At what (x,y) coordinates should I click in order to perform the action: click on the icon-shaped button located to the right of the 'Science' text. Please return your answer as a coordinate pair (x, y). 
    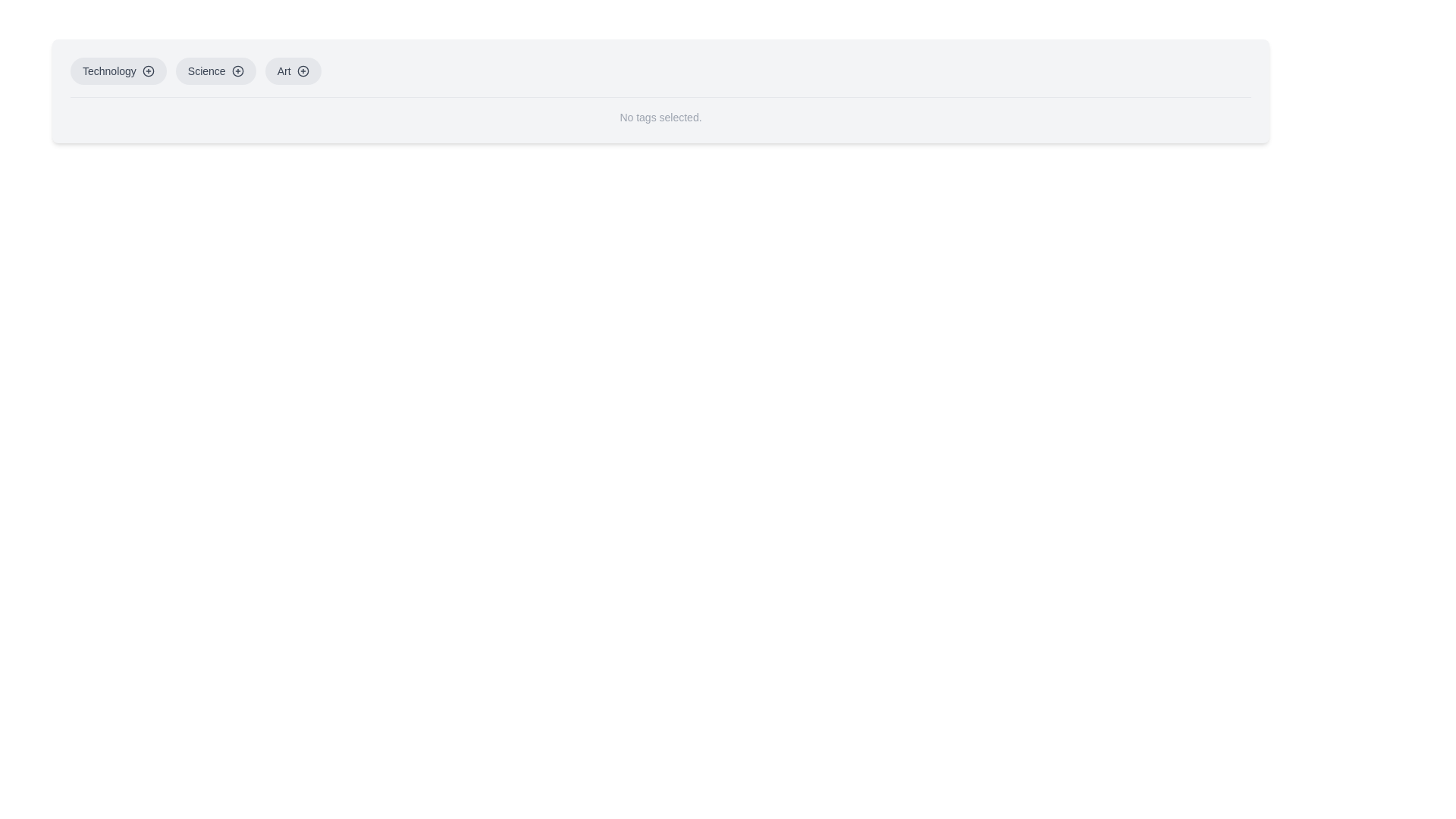
    Looking at the image, I should click on (237, 71).